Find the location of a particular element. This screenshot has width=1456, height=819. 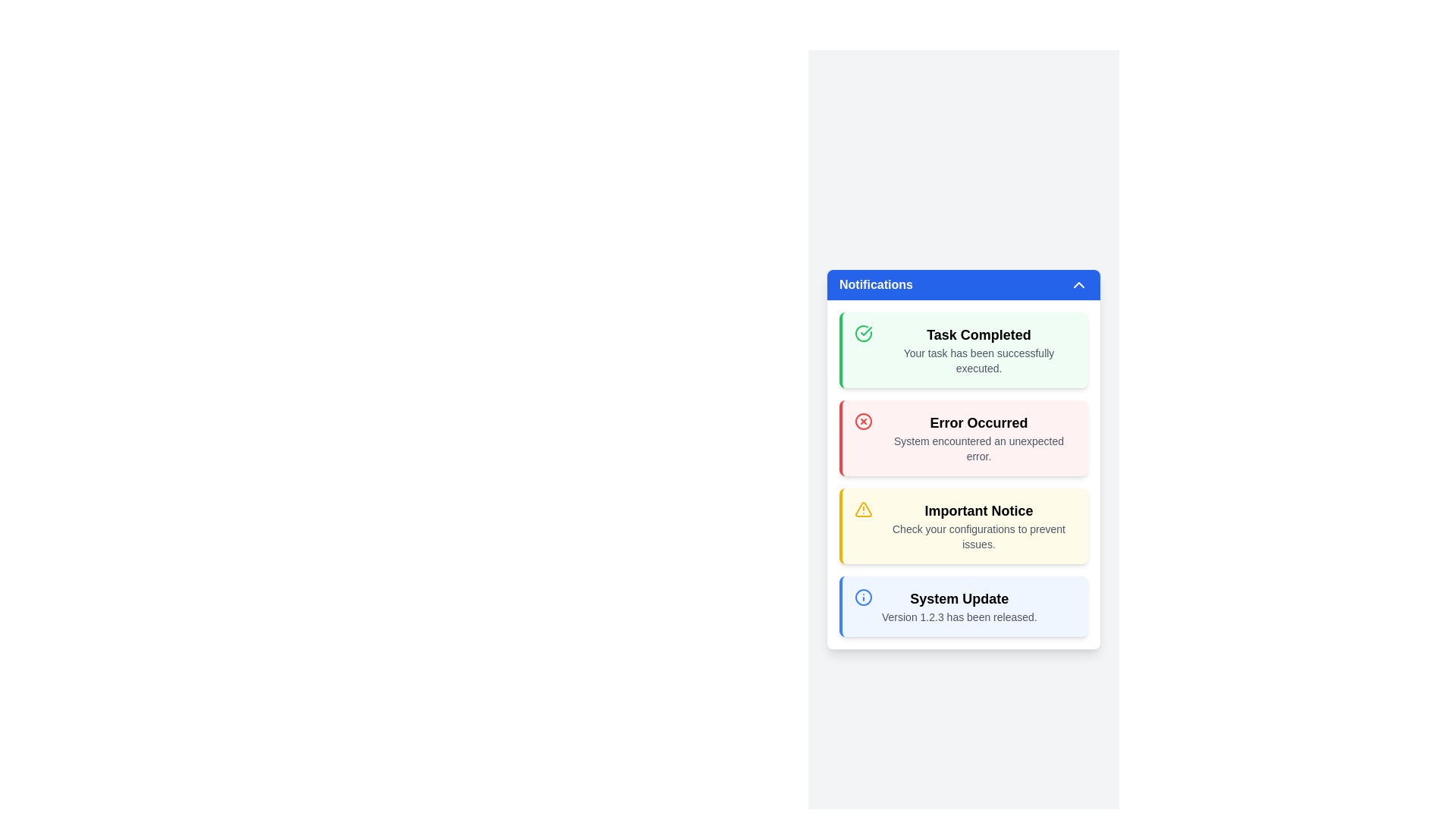

the text label providing additional information related to the 'Important Notice' notification, which is the third card in the list of notifications is located at coordinates (979, 536).